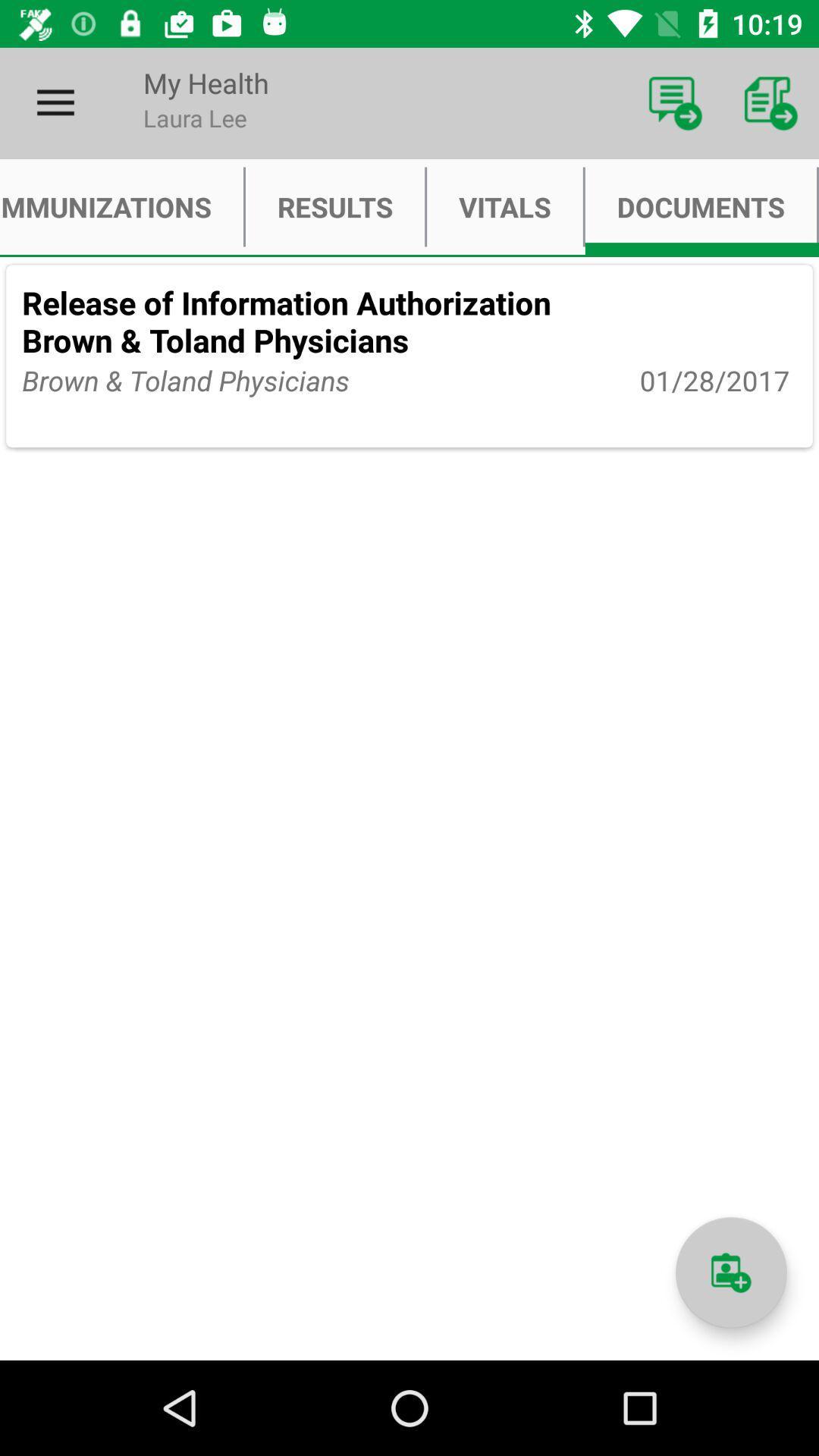  What do you see at coordinates (675, 102) in the screenshot?
I see `icon to the right of my health icon` at bounding box center [675, 102].